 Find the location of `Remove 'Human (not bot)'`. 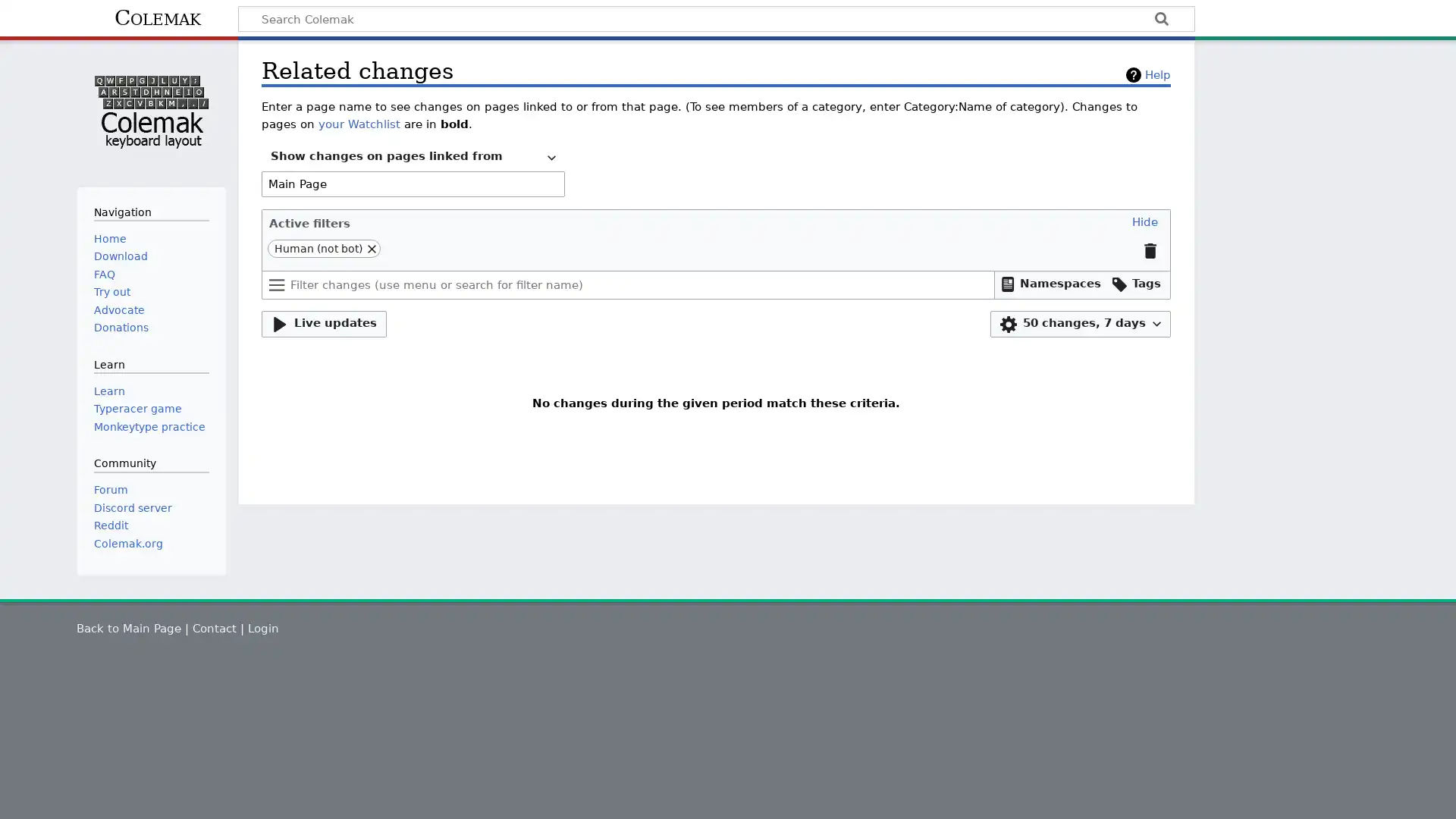

Remove 'Human (not bot)' is located at coordinates (371, 247).